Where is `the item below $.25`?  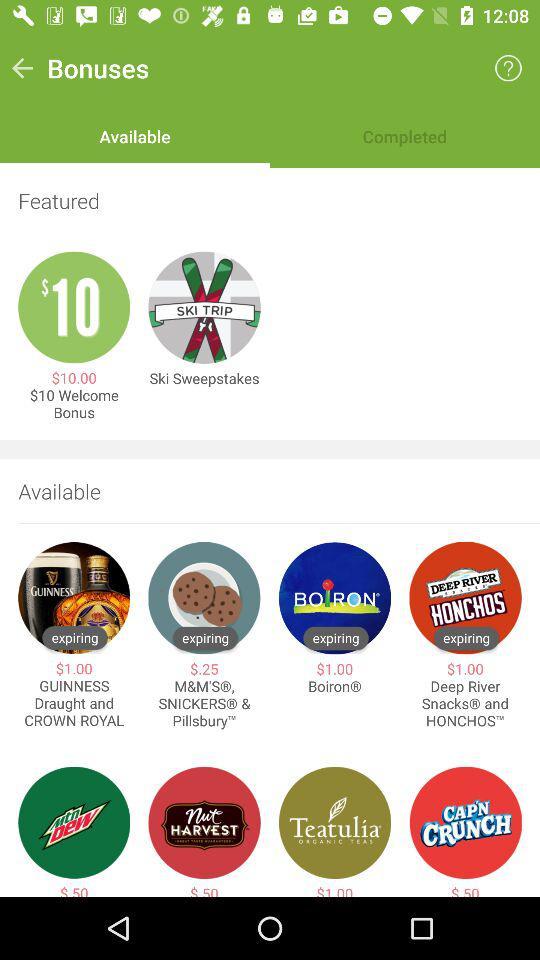 the item below $.25 is located at coordinates (203, 704).